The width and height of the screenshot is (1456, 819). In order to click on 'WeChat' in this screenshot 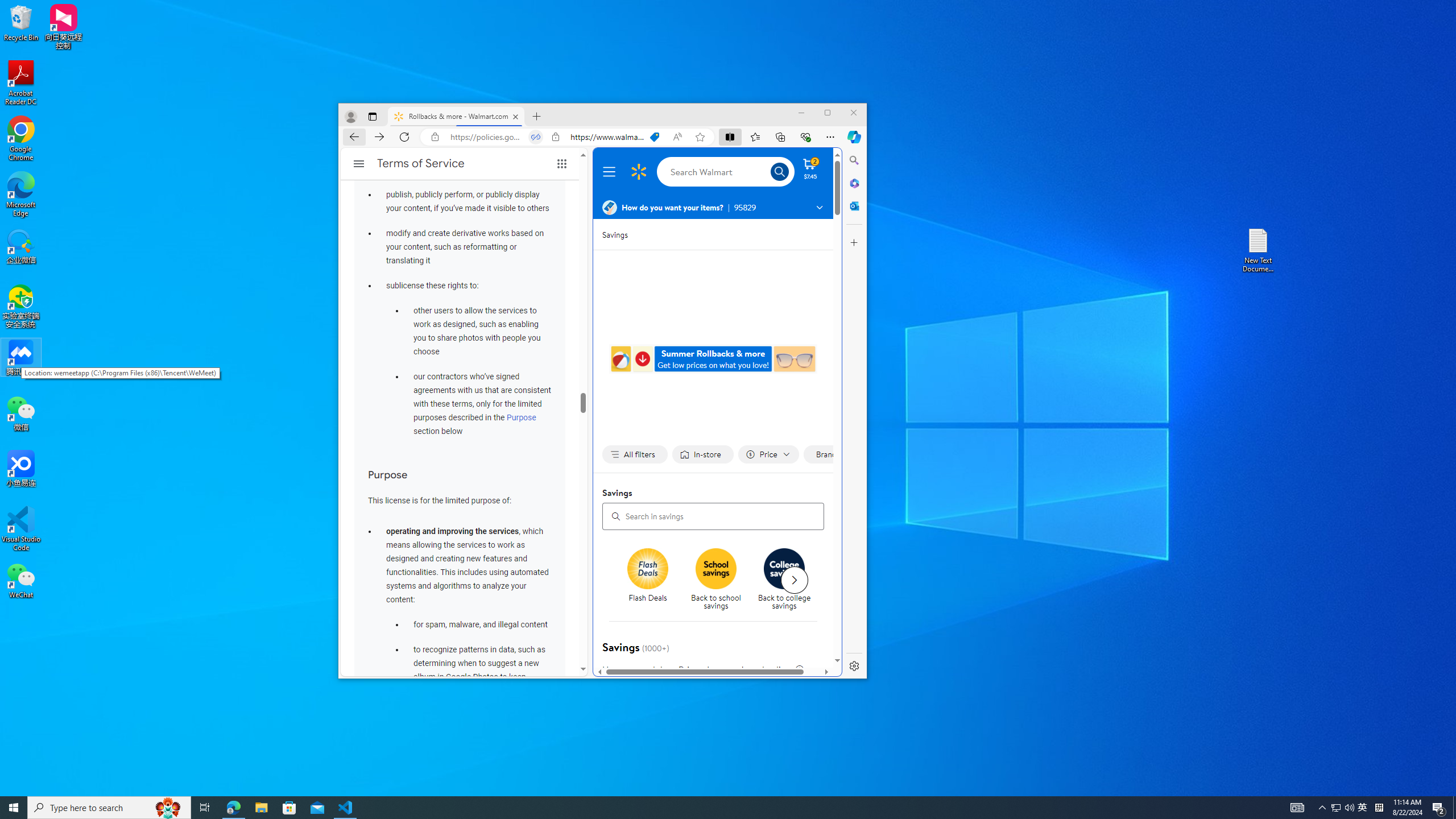, I will do `click(20, 580)`.